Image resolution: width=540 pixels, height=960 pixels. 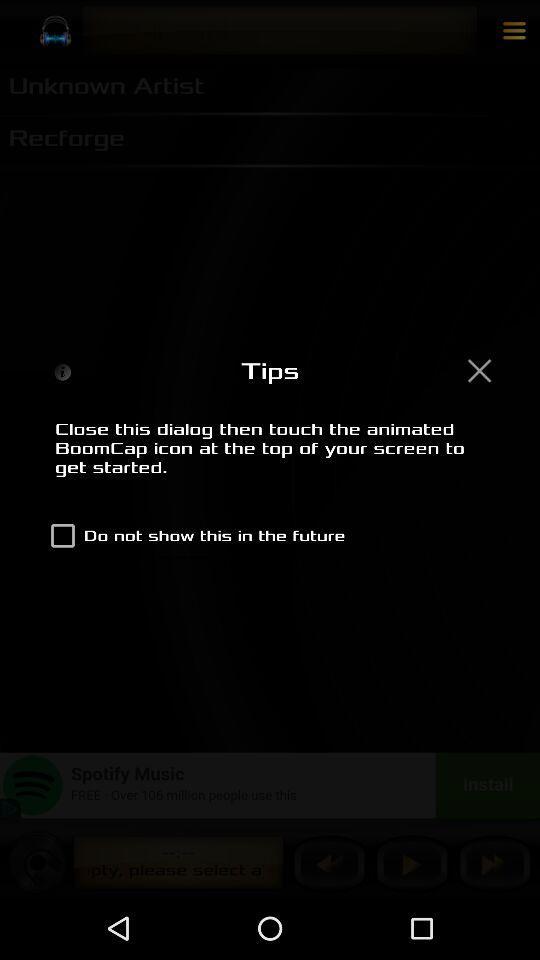 I want to click on the dialog, so click(x=478, y=369).